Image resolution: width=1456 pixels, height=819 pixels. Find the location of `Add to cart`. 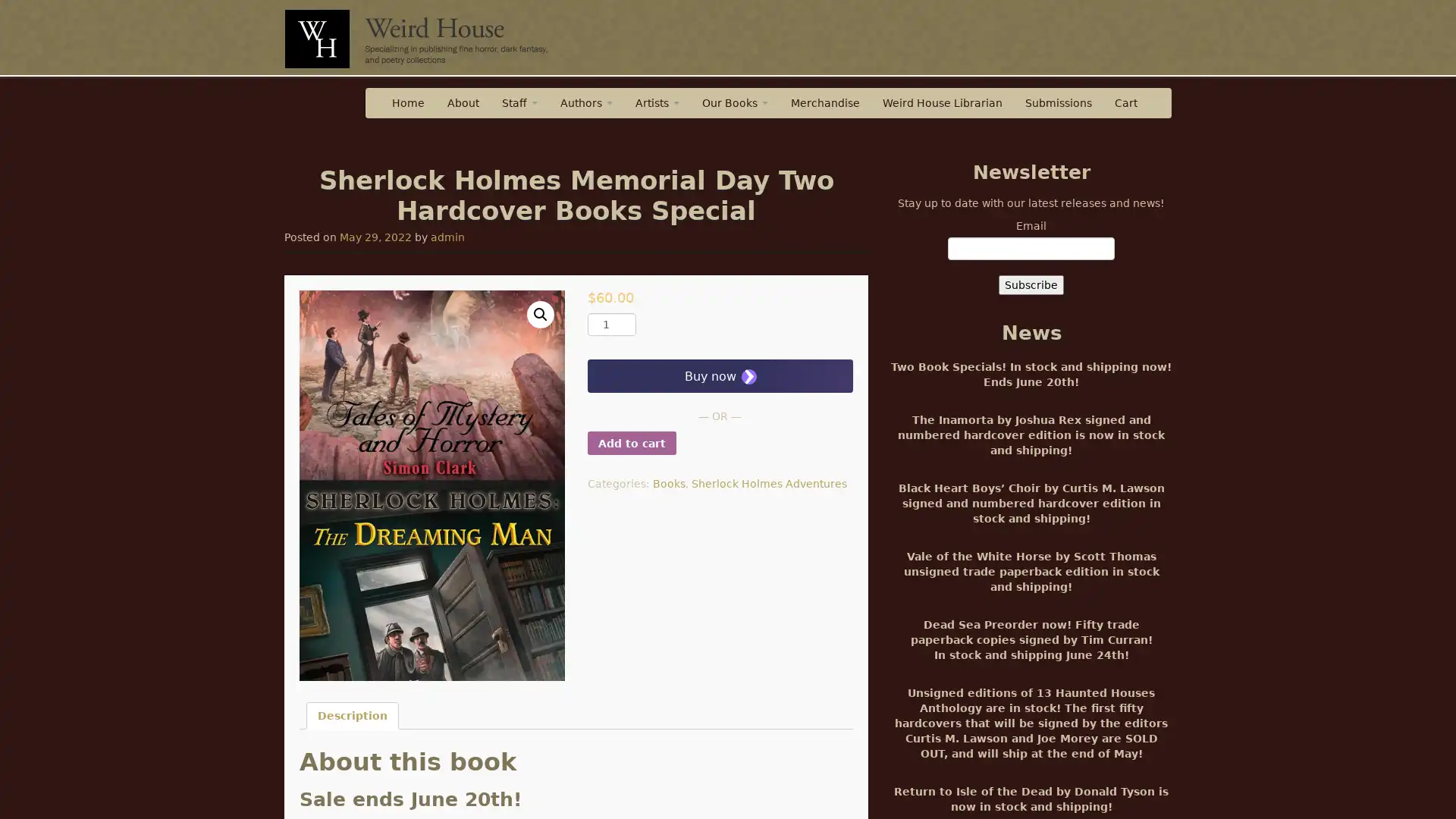

Add to cart is located at coordinates (631, 443).